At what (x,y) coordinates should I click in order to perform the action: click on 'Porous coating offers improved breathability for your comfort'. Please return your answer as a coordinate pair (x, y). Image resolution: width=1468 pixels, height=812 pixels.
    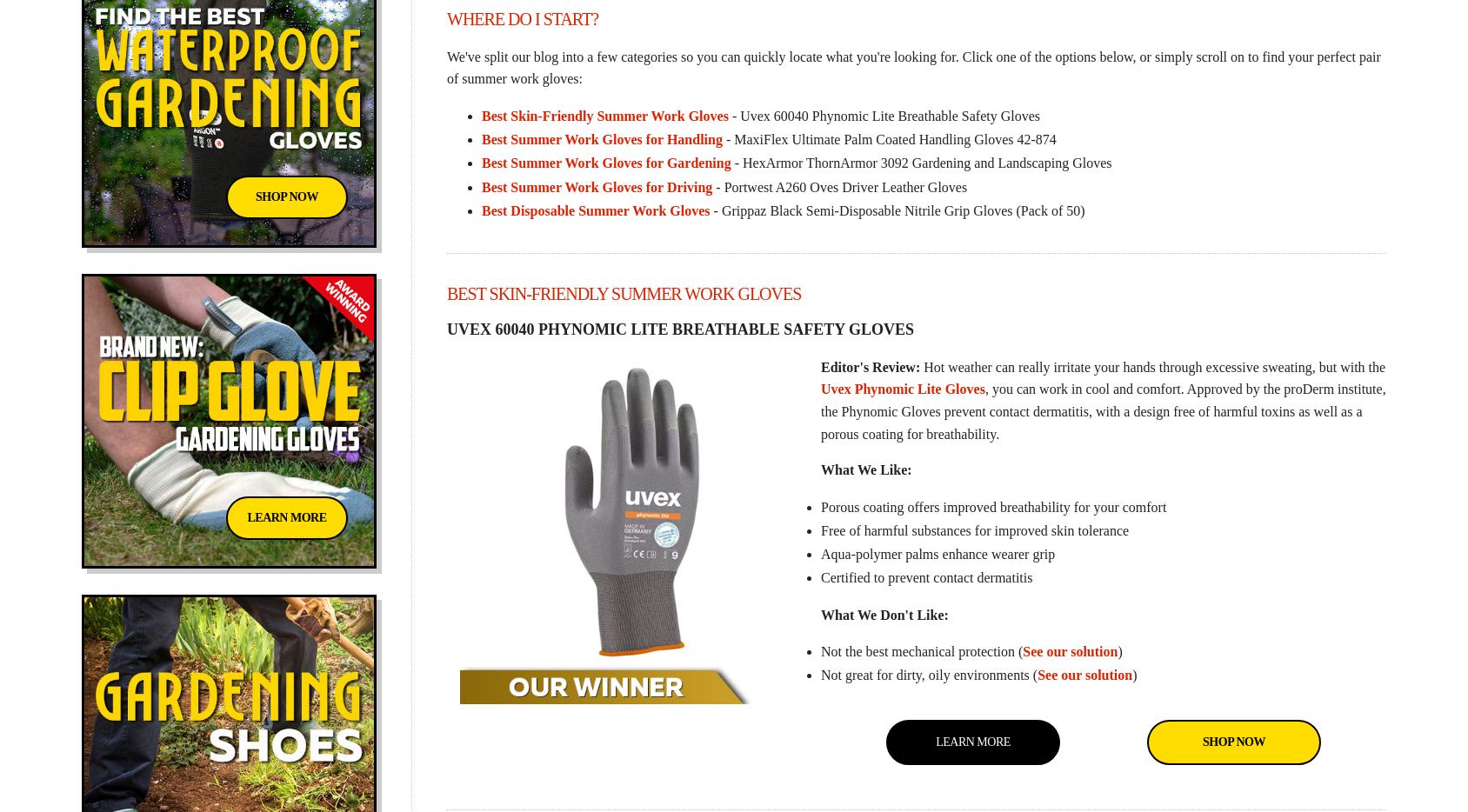
    Looking at the image, I should click on (819, 505).